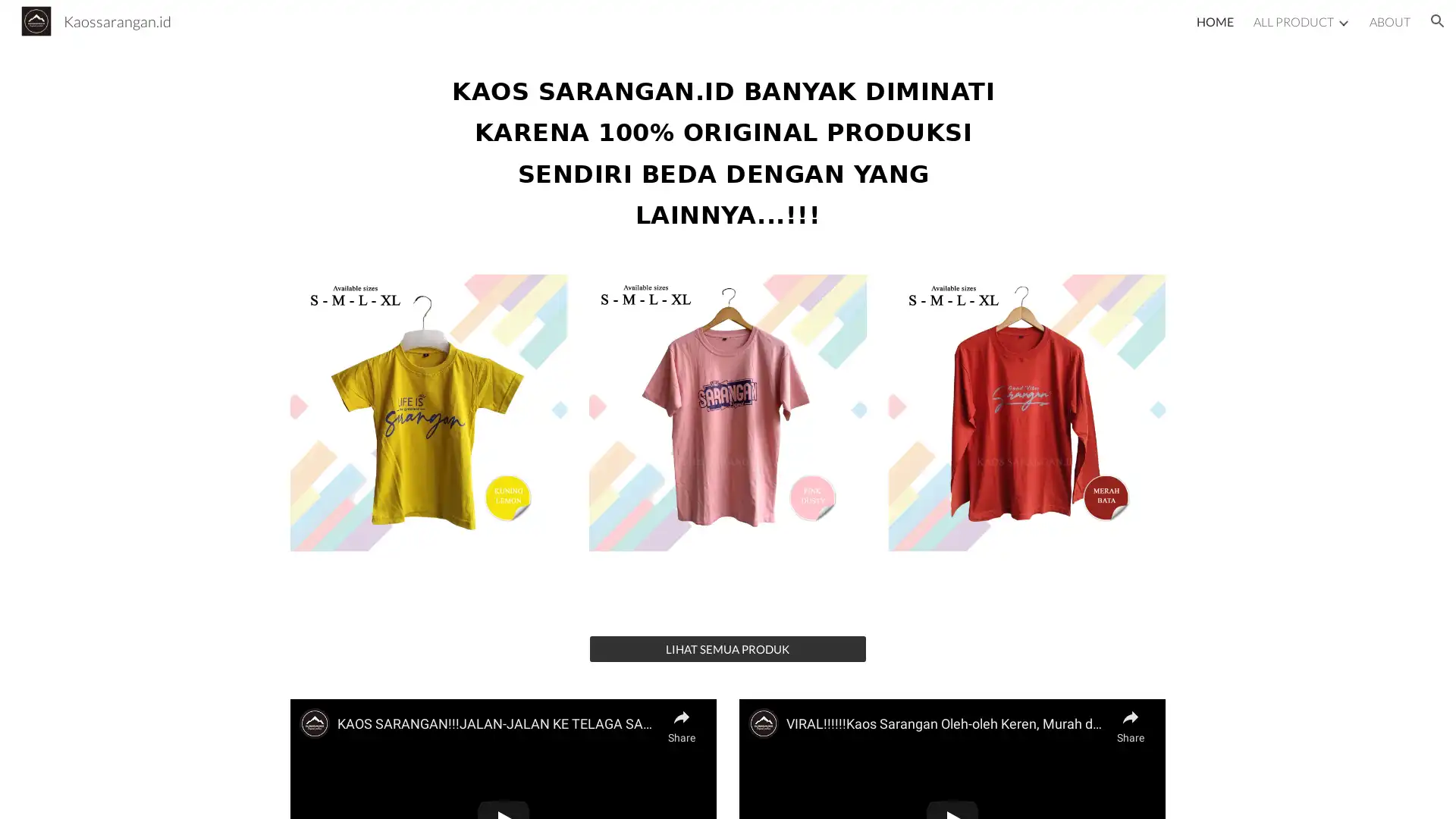 The image size is (1456, 819). Describe the element at coordinates (864, 28) in the screenshot. I see `Skip to navigation` at that location.